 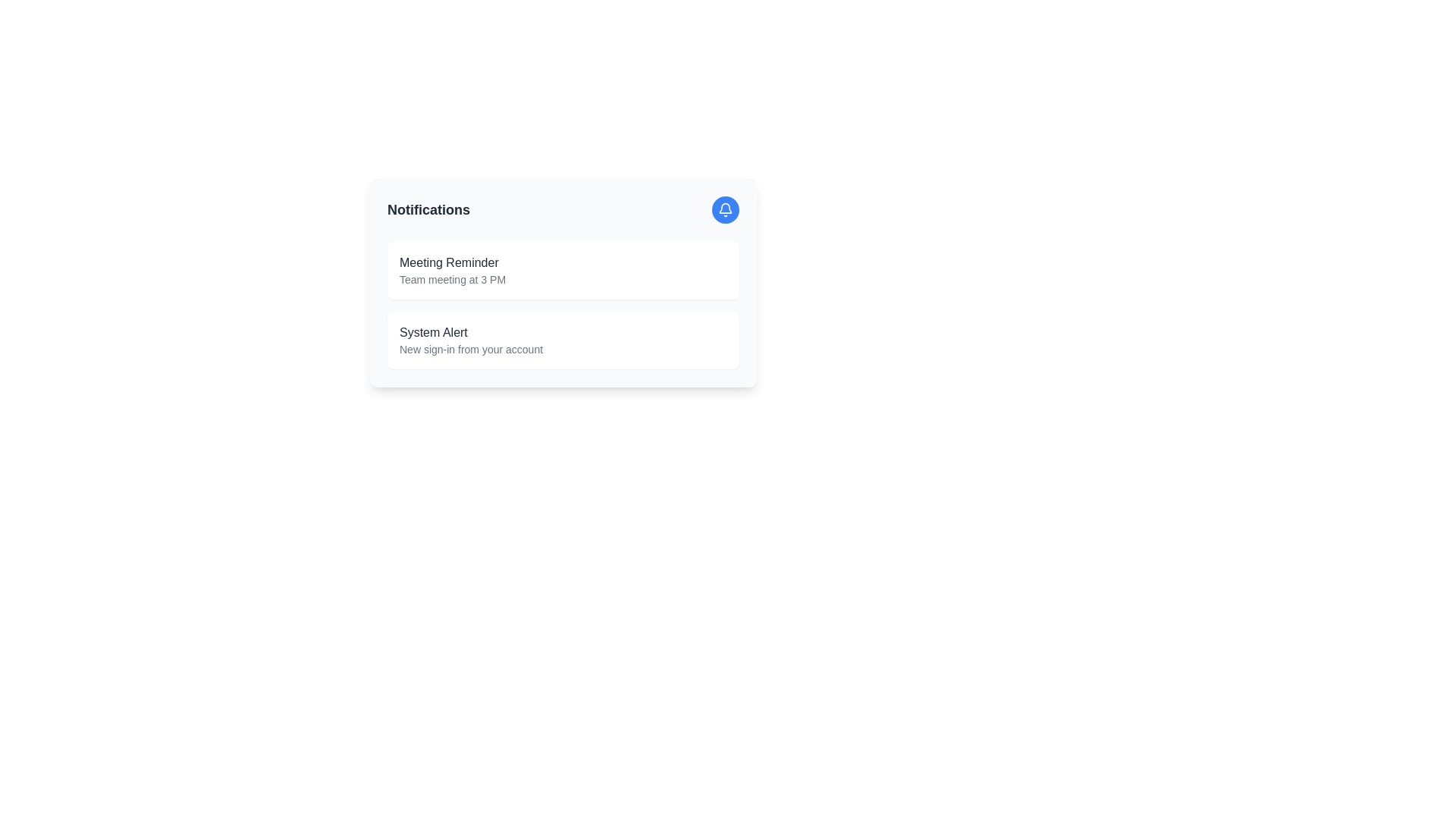 I want to click on text label displaying 'Team meeting at 3 PM', which is a small-sized, left-aligned, gray-colored font located beneath 'Meeting Reminder', so click(x=452, y=280).